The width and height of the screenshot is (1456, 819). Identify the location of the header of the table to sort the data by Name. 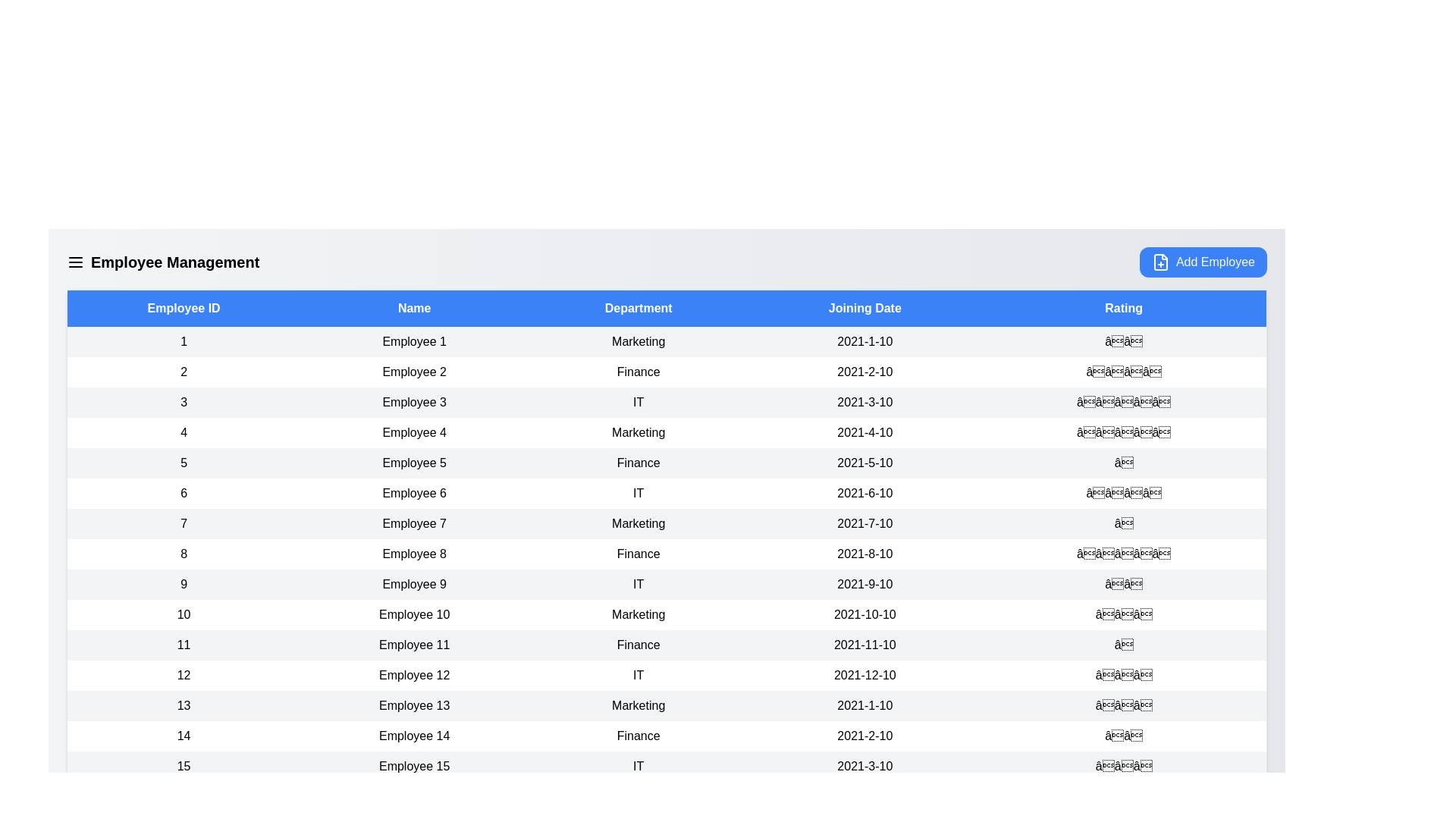
(414, 308).